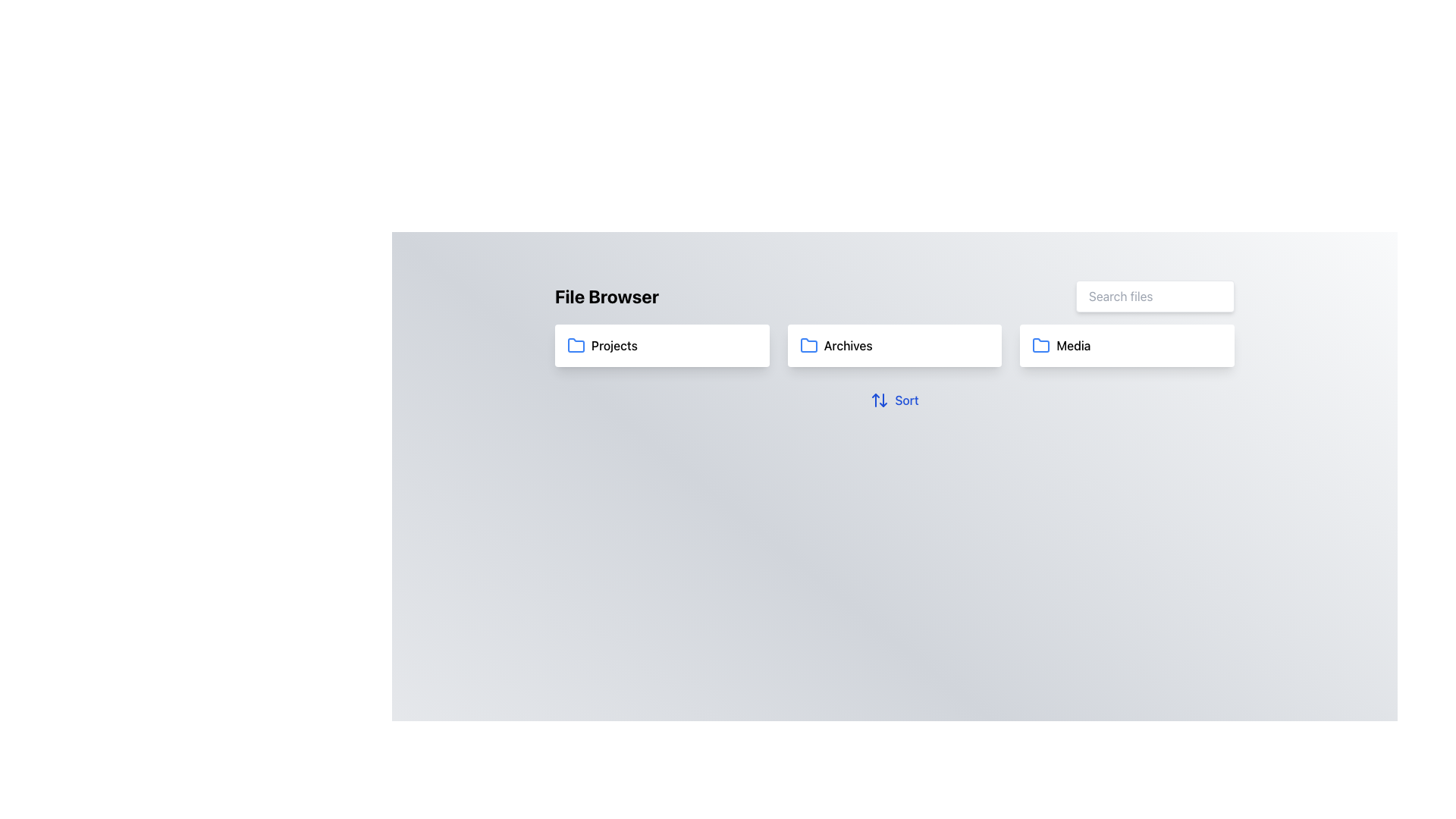 This screenshot has width=1456, height=819. I want to click on the 'Archives' card in the File Browser section, so click(895, 348).